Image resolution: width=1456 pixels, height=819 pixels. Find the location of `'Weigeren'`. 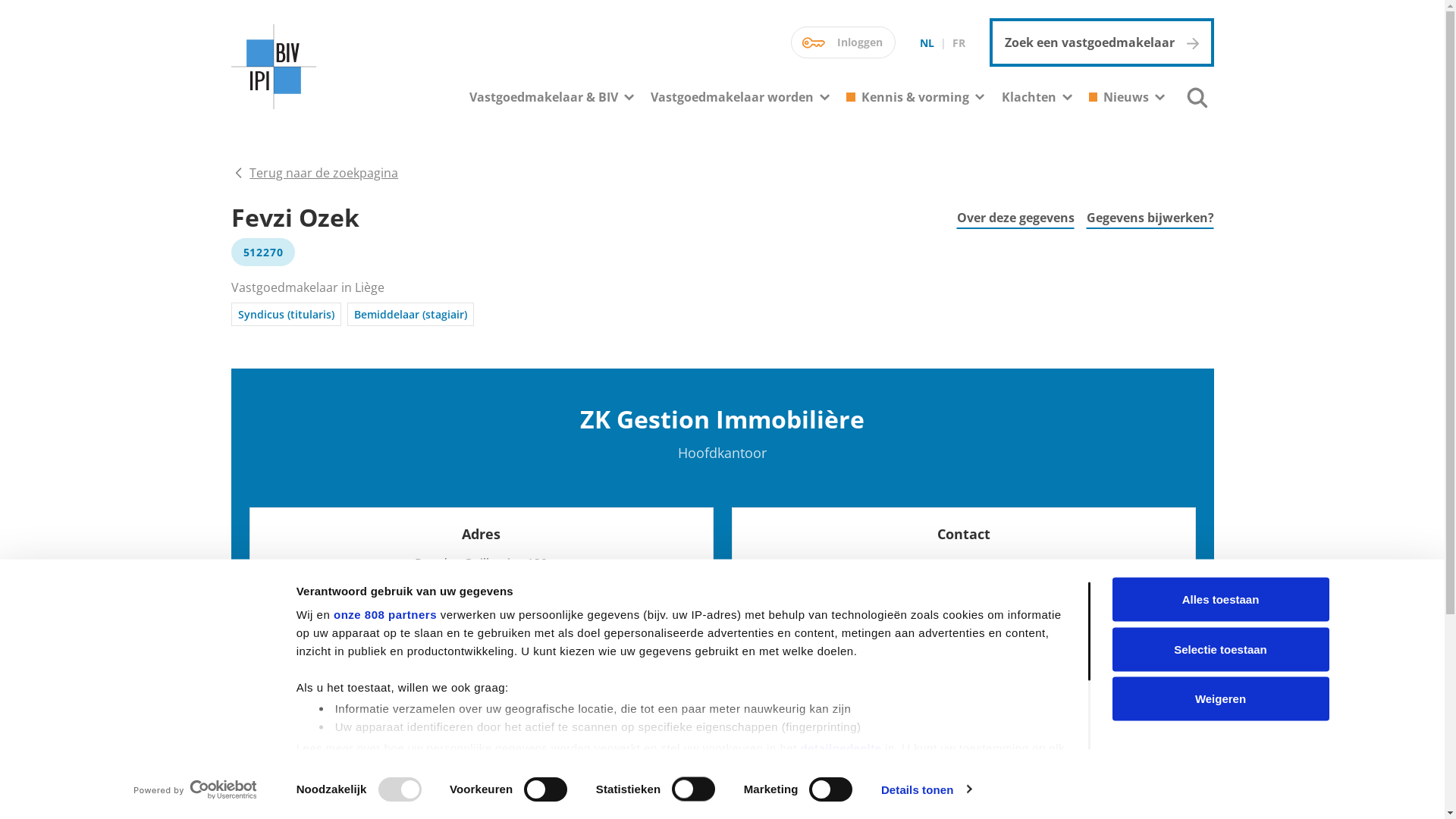

'Weigeren' is located at coordinates (1111, 698).